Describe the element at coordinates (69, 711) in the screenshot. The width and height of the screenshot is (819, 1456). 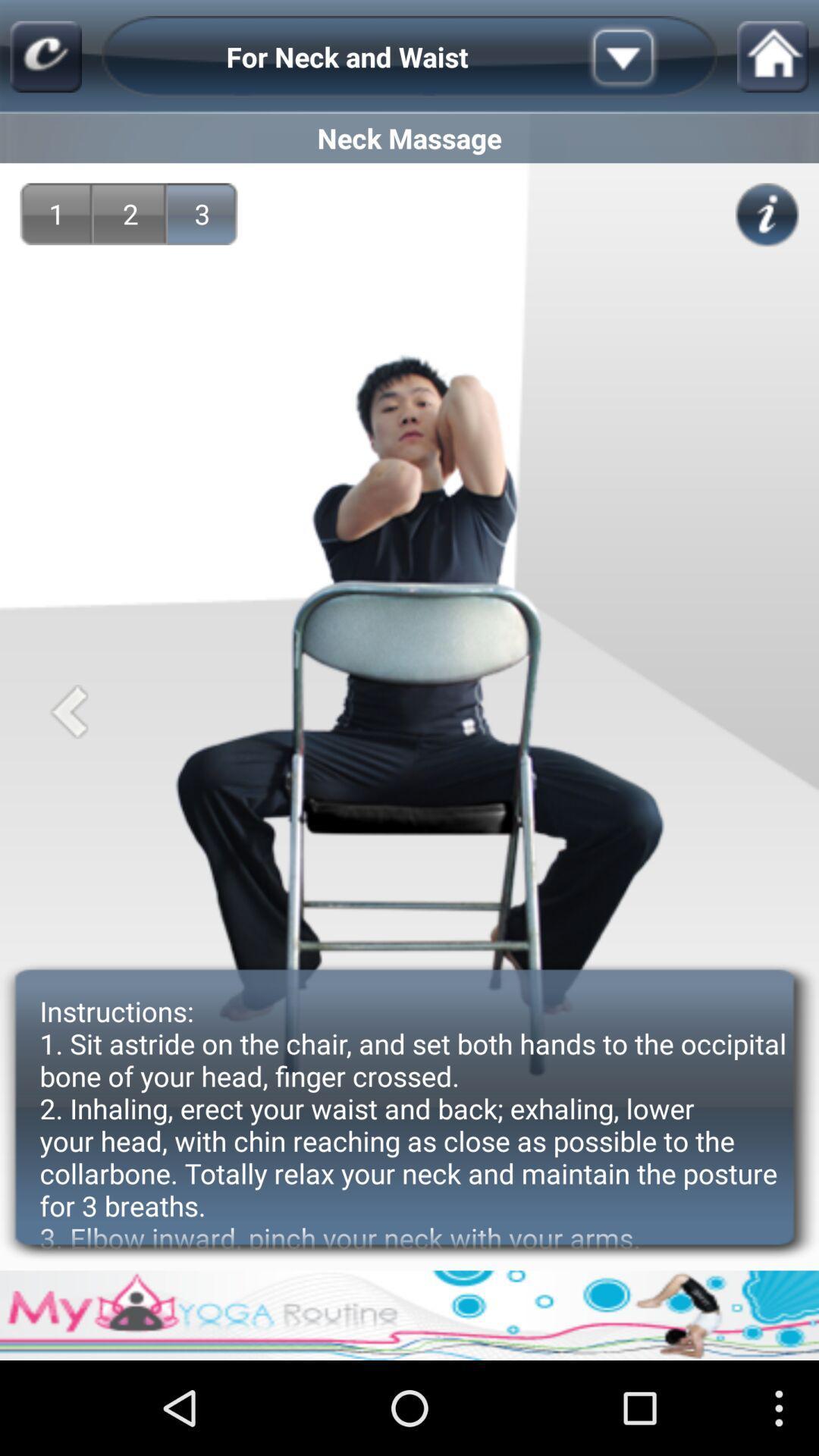
I see `go back` at that location.